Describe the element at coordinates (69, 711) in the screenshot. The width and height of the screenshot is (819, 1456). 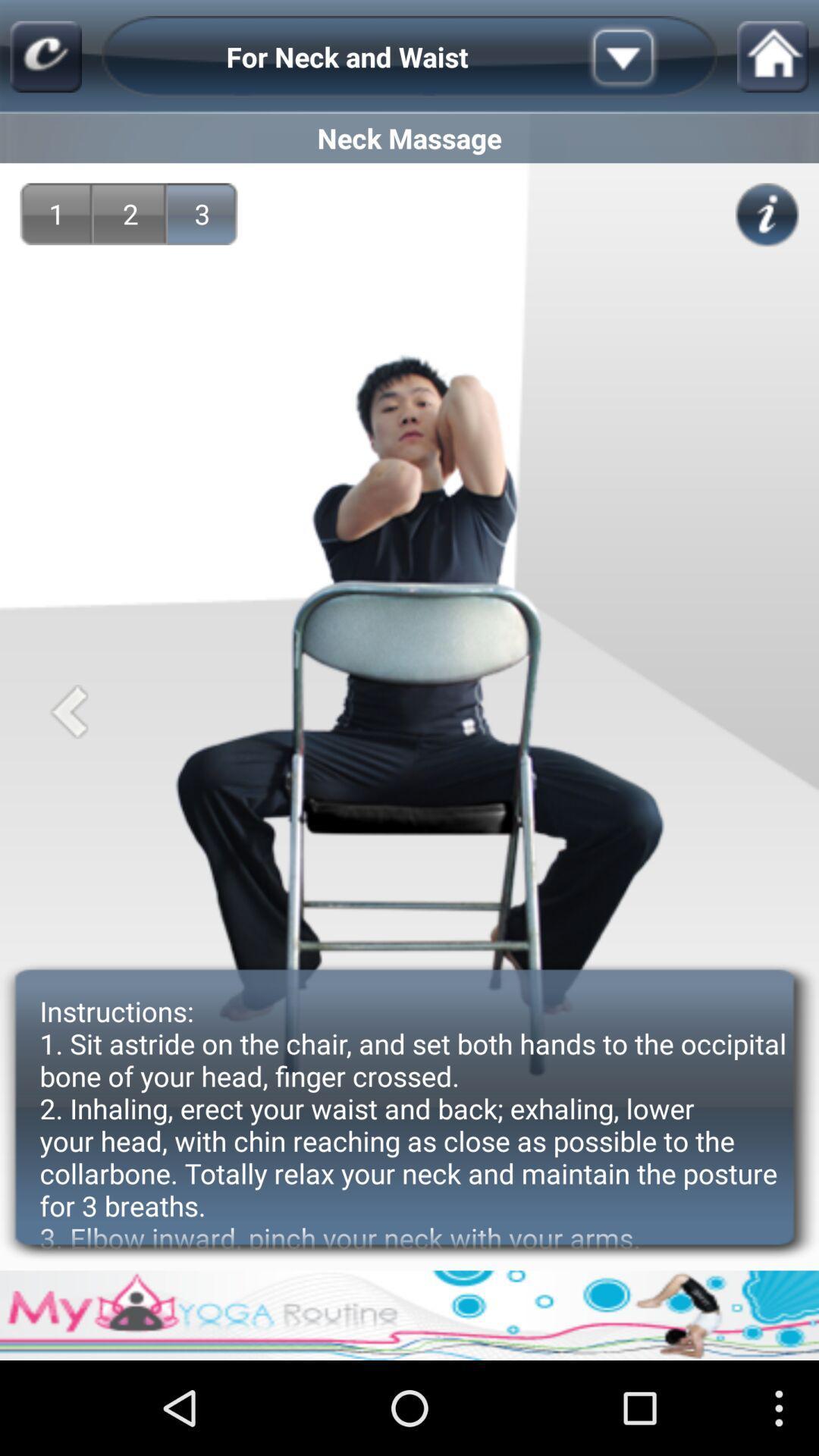
I see `go back` at that location.